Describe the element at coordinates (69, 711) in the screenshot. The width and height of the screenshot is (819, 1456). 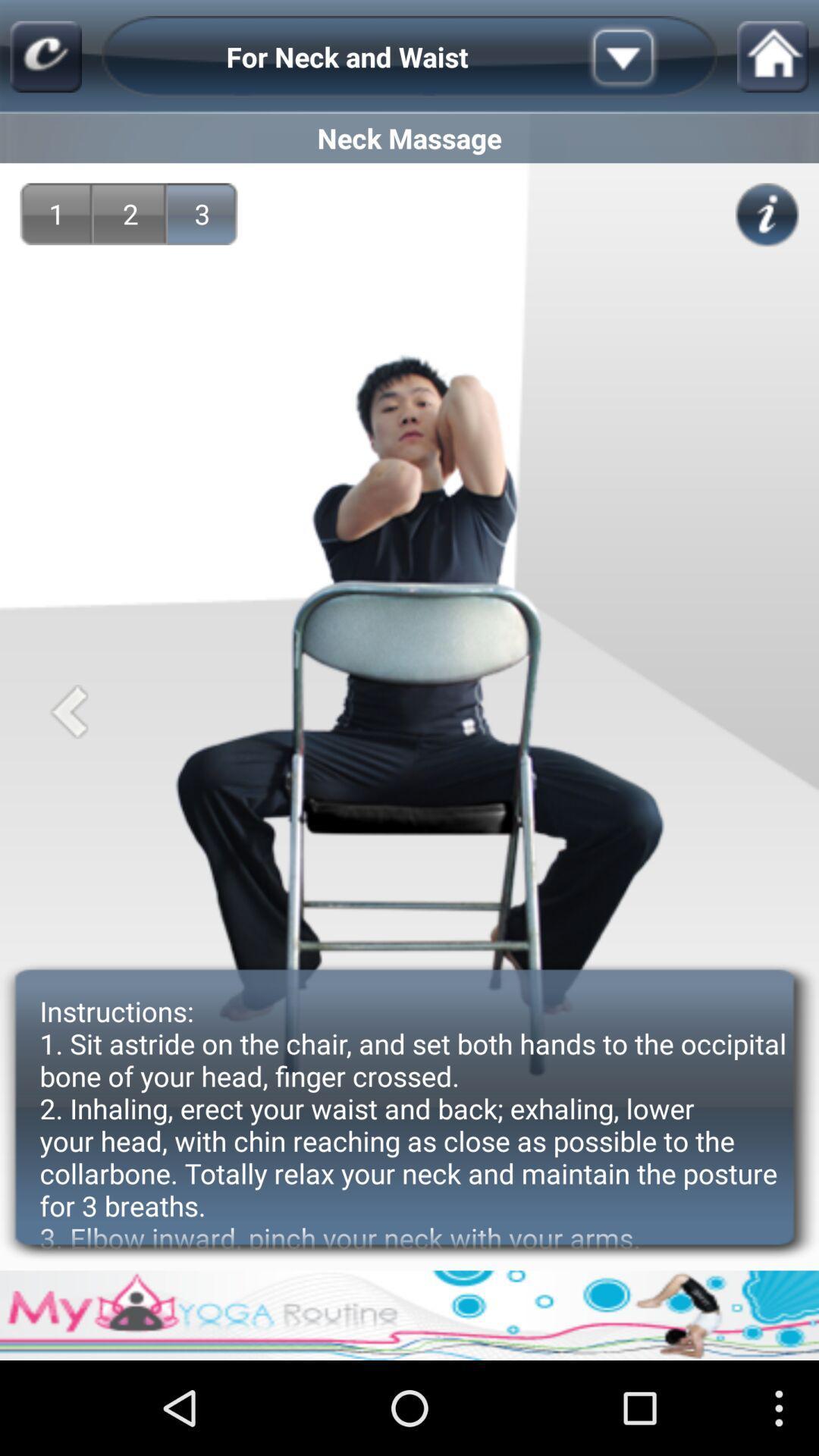
I see `go back` at that location.